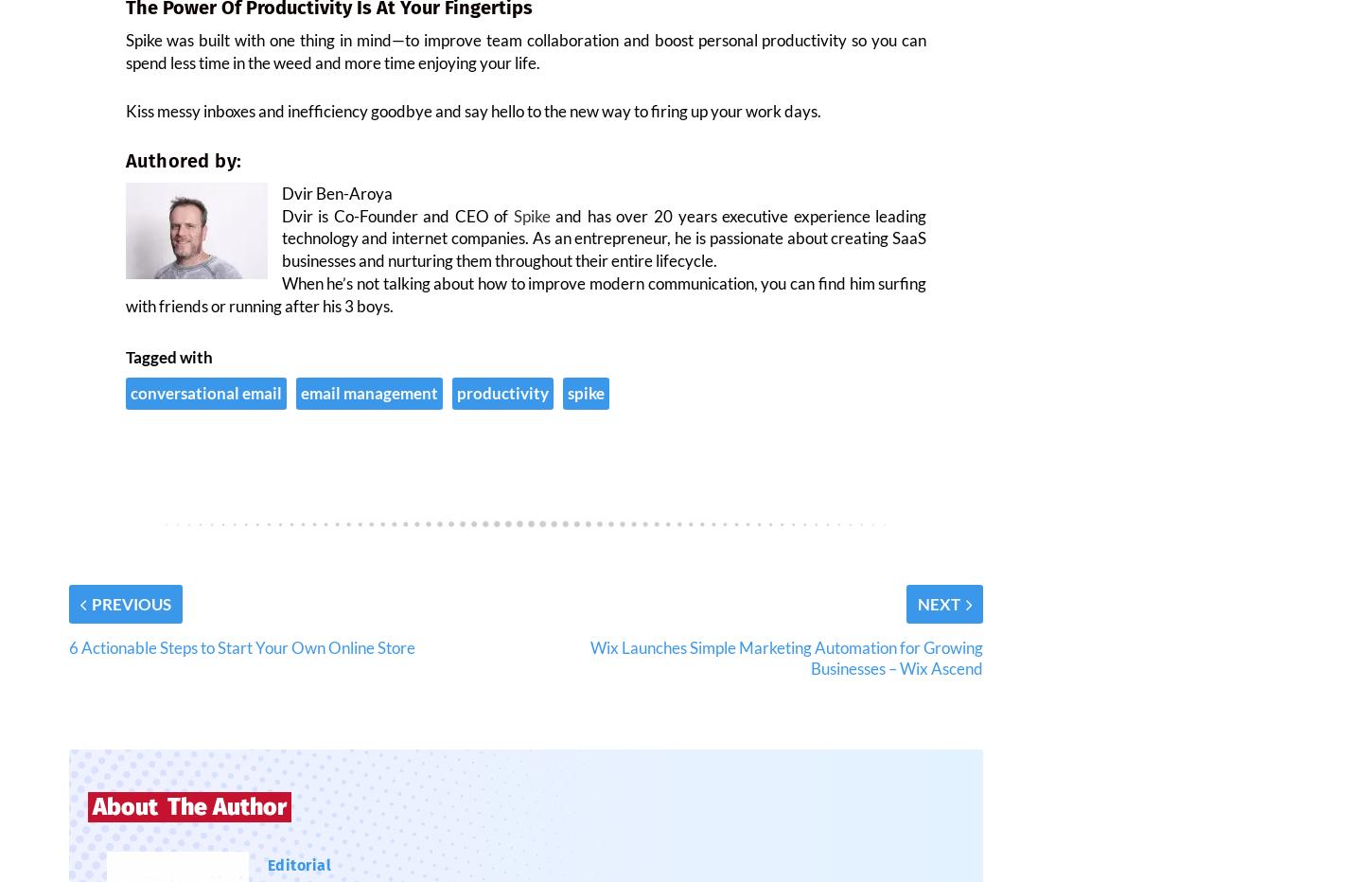  I want to click on 'Spike', so click(513, 226).